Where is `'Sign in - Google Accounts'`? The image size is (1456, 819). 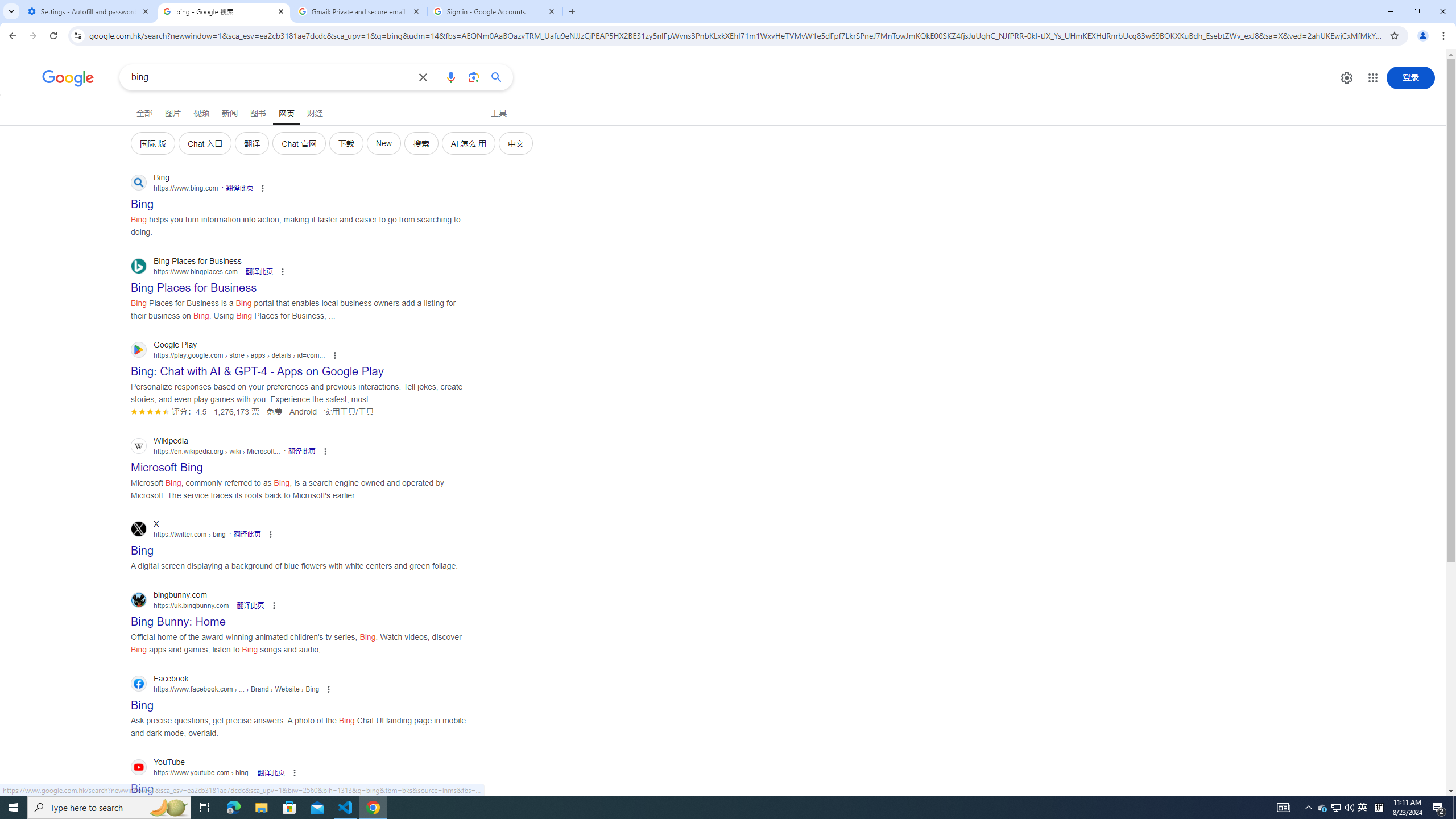
'Sign in - Google Accounts' is located at coordinates (494, 11).